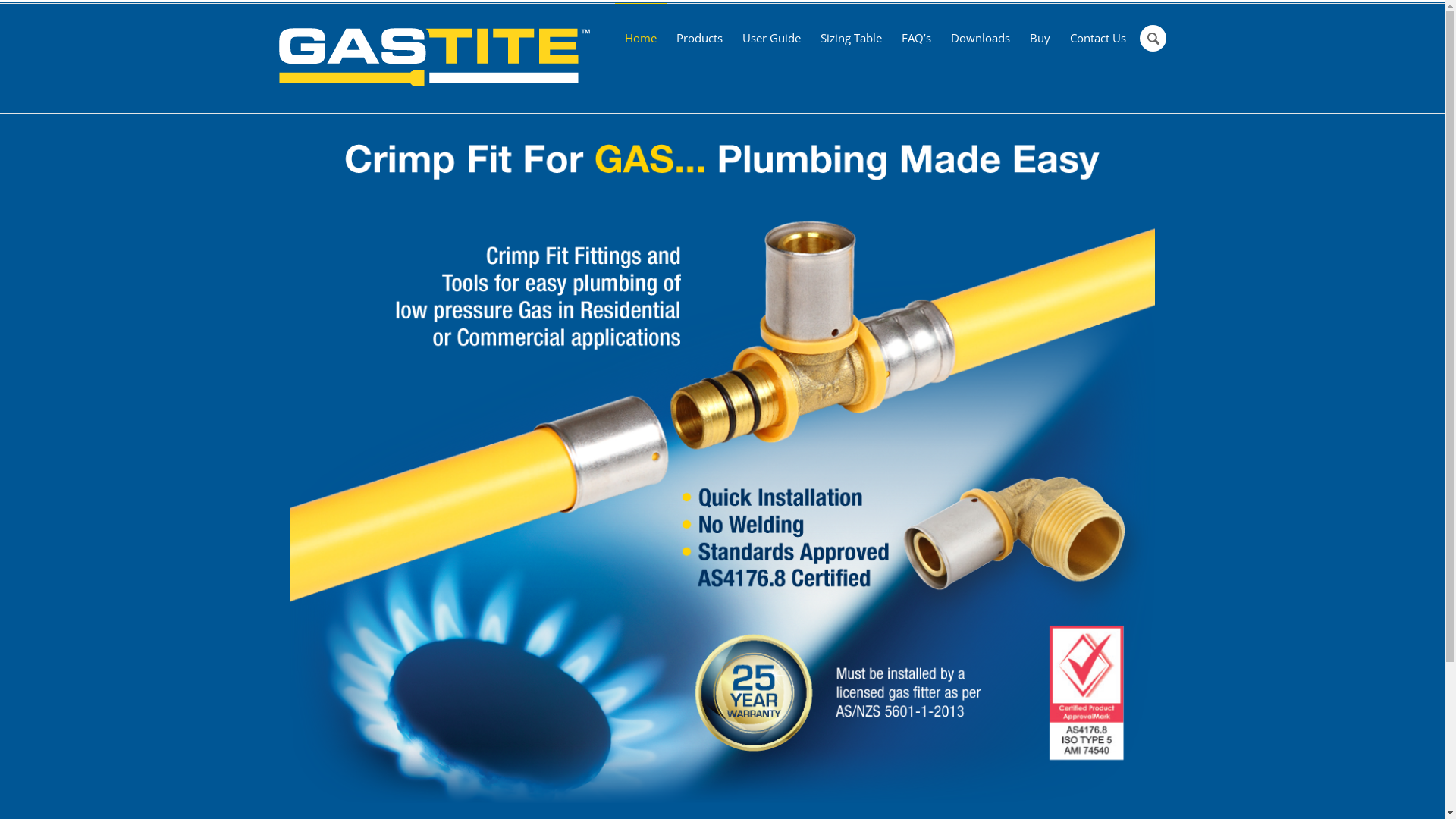  Describe the element at coordinates (850, 34) in the screenshot. I see `'Sizing Table'` at that location.